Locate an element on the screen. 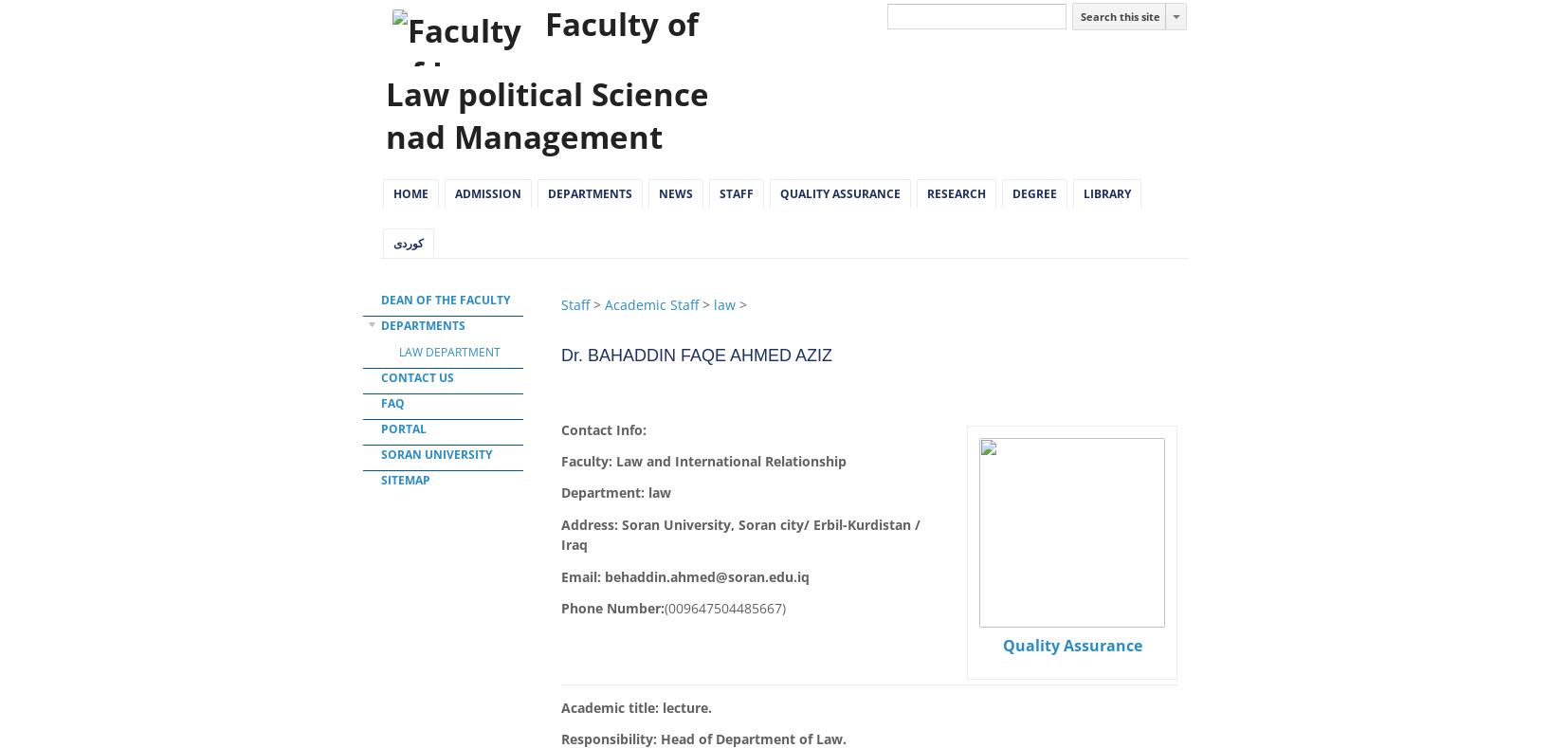 This screenshot has width=1568, height=748. 'admission' is located at coordinates (488, 192).